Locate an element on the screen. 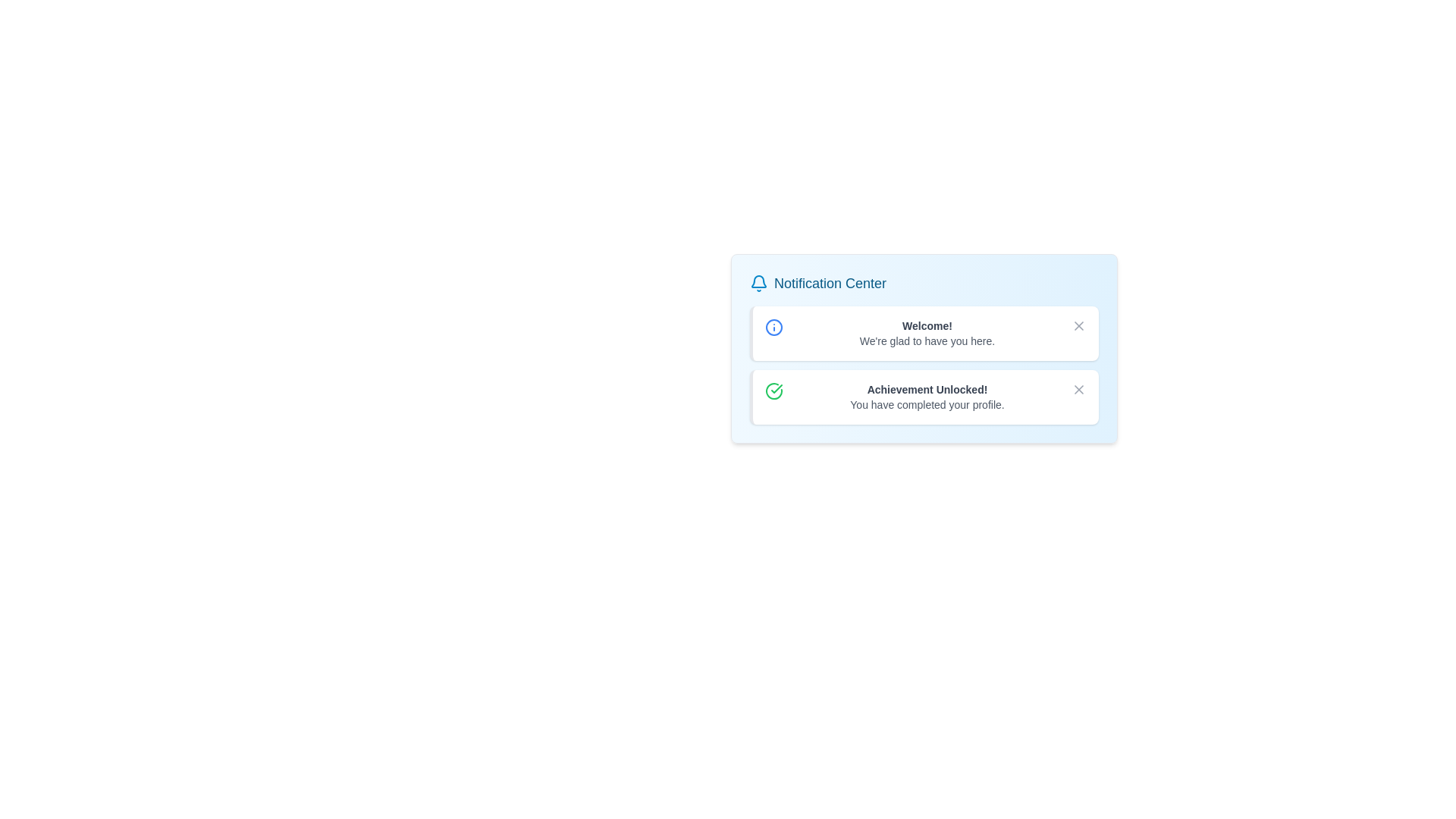  the blue outlined bell icon located within the 'Notification Center' is located at coordinates (759, 284).